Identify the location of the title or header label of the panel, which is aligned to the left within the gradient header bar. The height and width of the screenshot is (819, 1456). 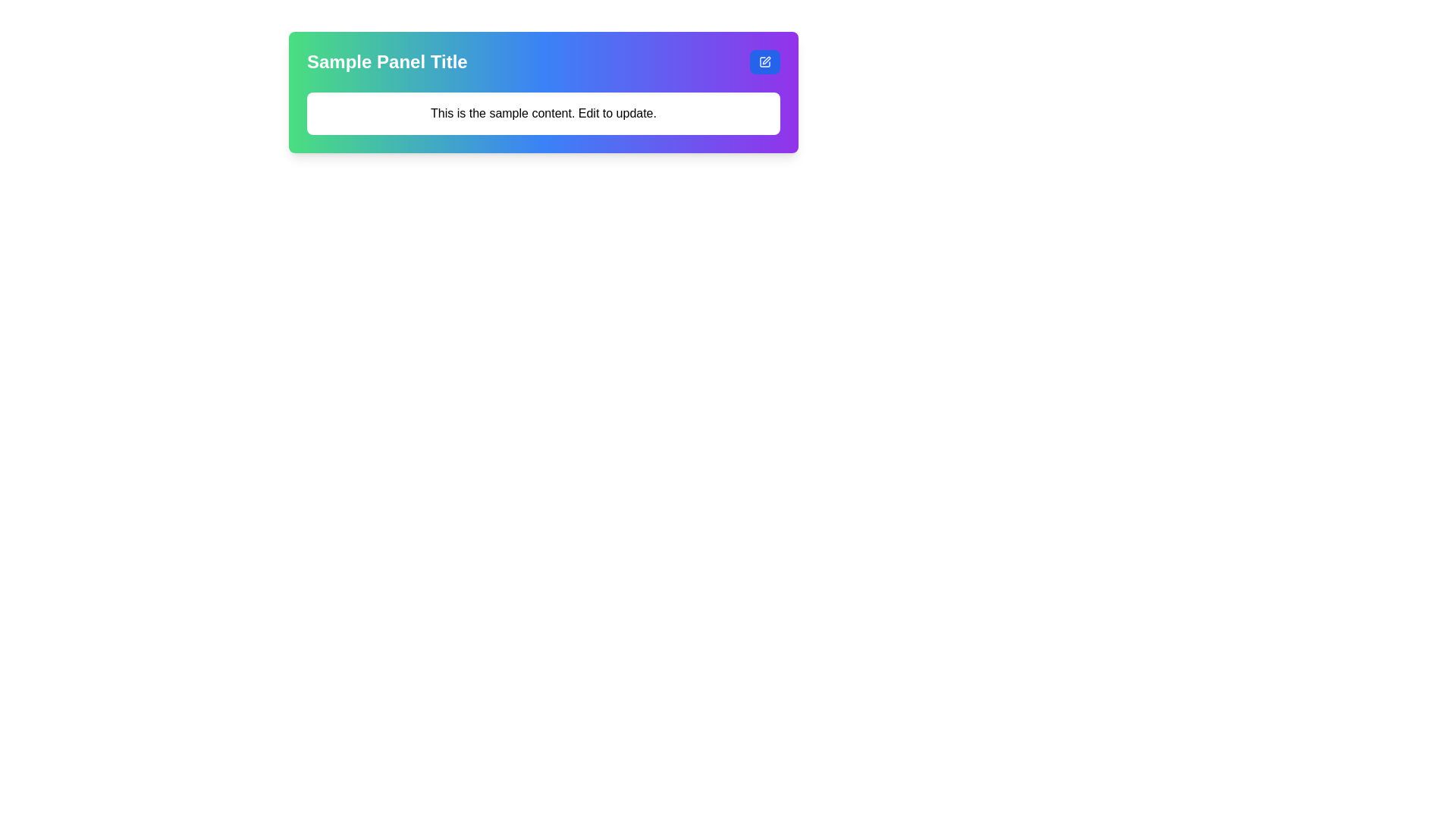
(387, 61).